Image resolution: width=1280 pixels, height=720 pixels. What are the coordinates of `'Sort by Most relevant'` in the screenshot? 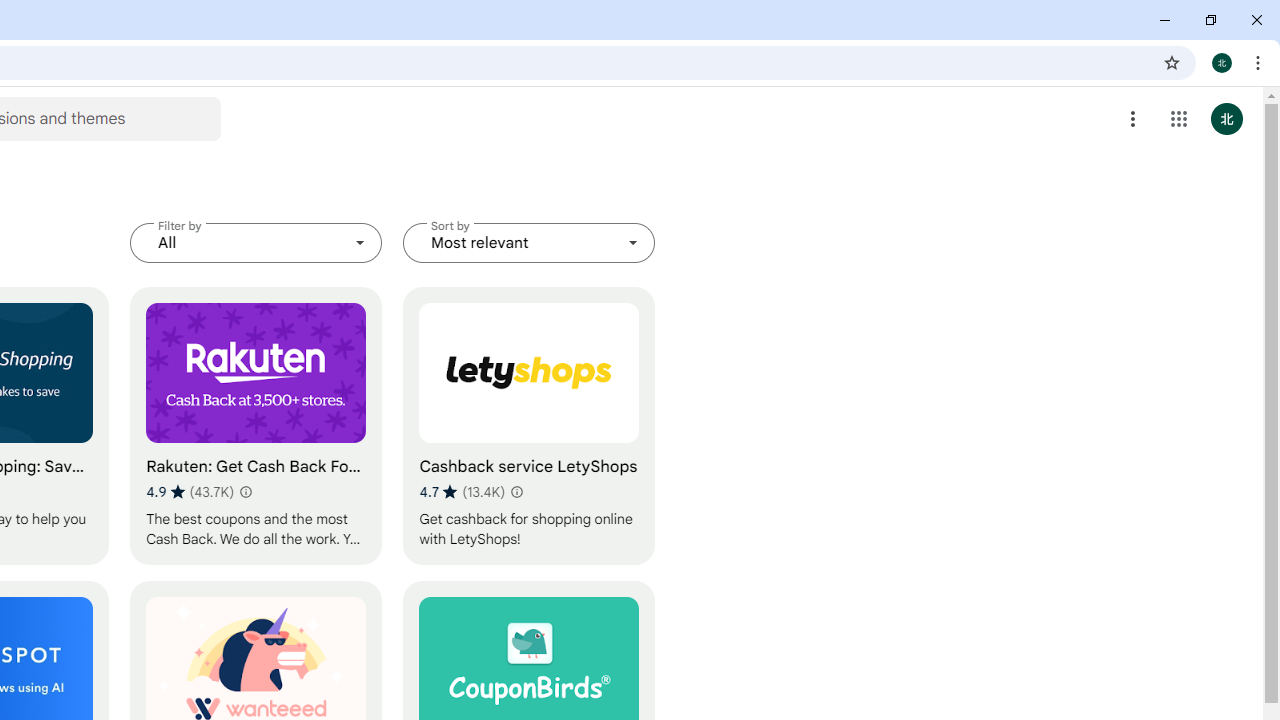 It's located at (529, 242).